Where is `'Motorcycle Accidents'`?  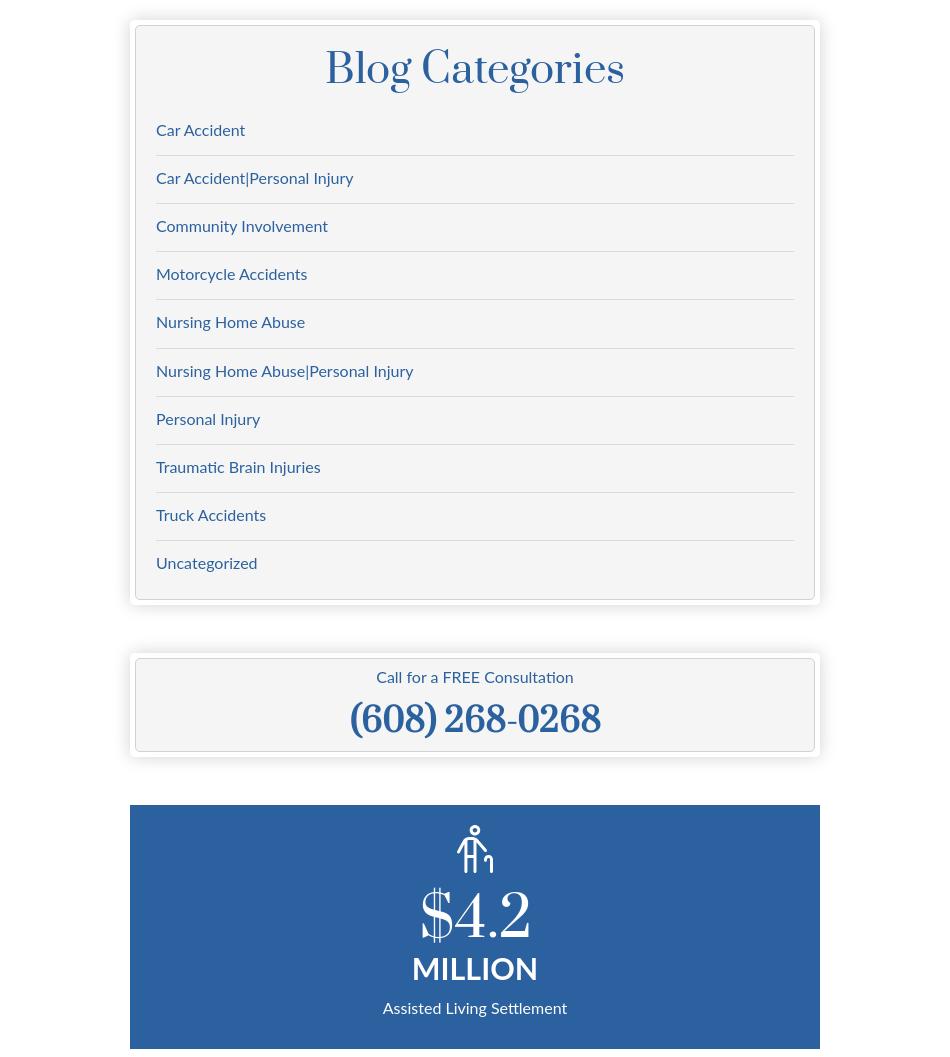 'Motorcycle Accidents' is located at coordinates (231, 274).